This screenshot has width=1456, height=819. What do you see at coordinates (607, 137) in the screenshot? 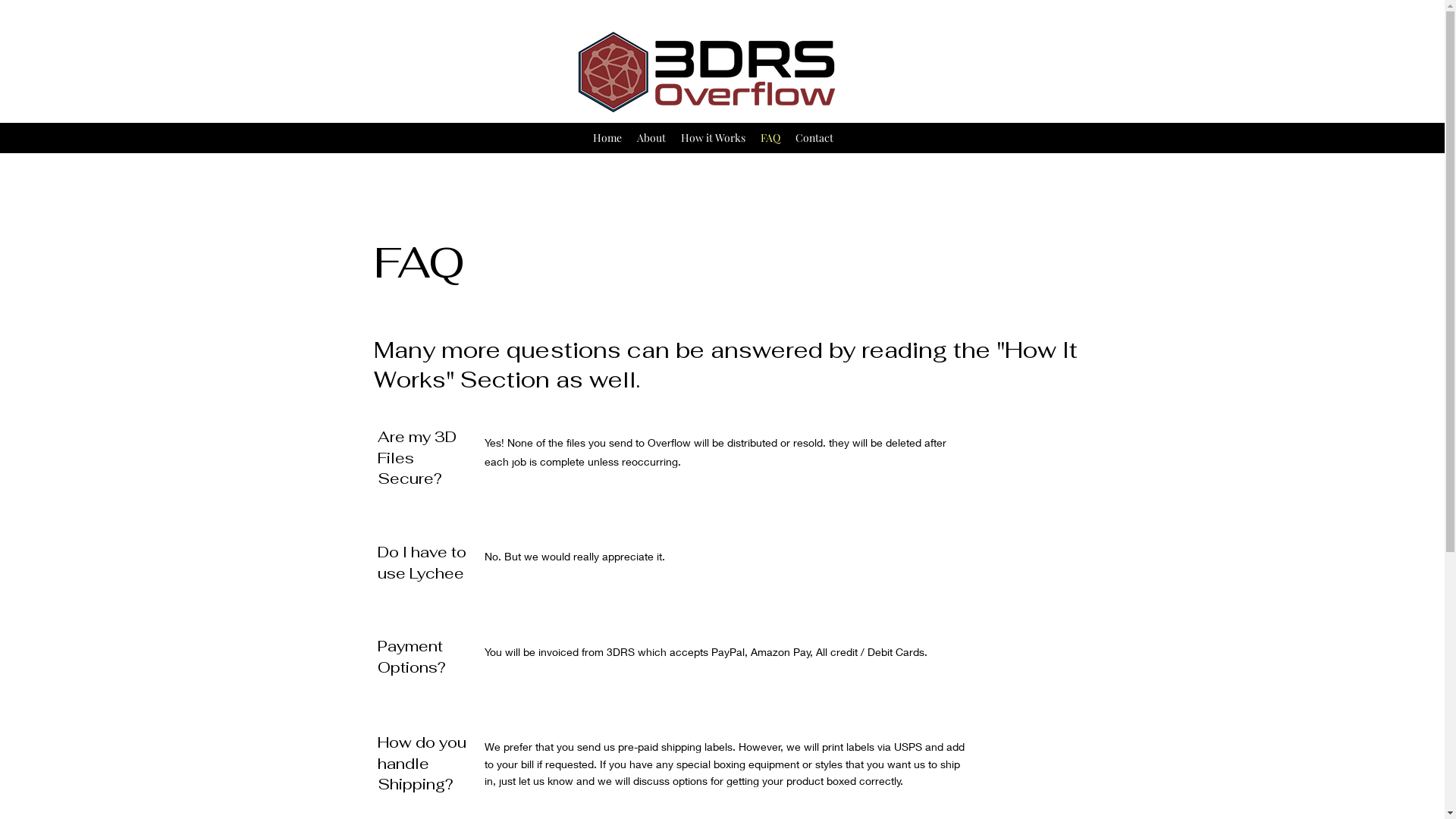
I see `'Home'` at bounding box center [607, 137].